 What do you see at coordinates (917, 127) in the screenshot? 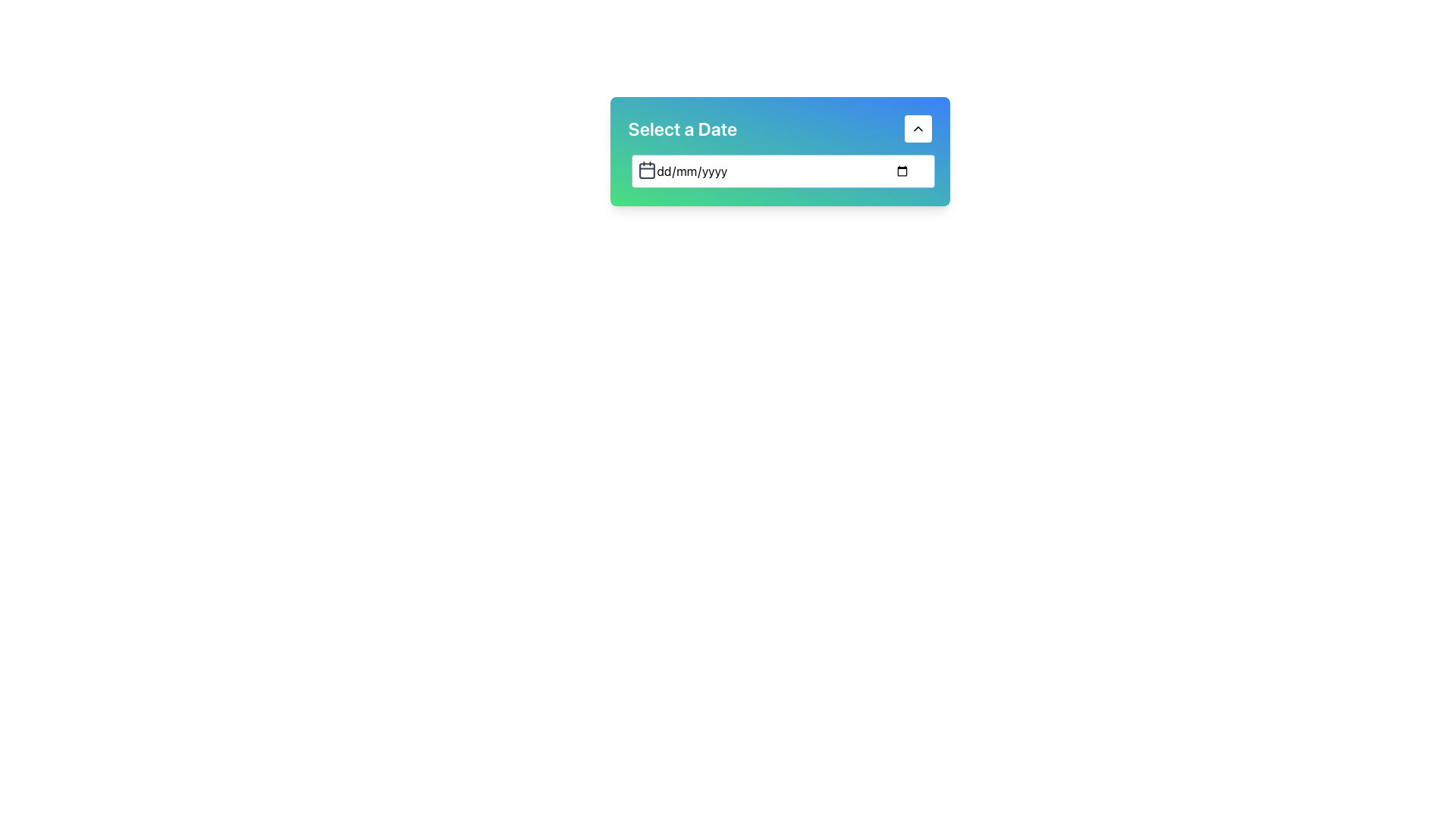
I see `the upward-pointing chevron icon button located in the top-right corner of the date-picker interface panel` at bounding box center [917, 127].